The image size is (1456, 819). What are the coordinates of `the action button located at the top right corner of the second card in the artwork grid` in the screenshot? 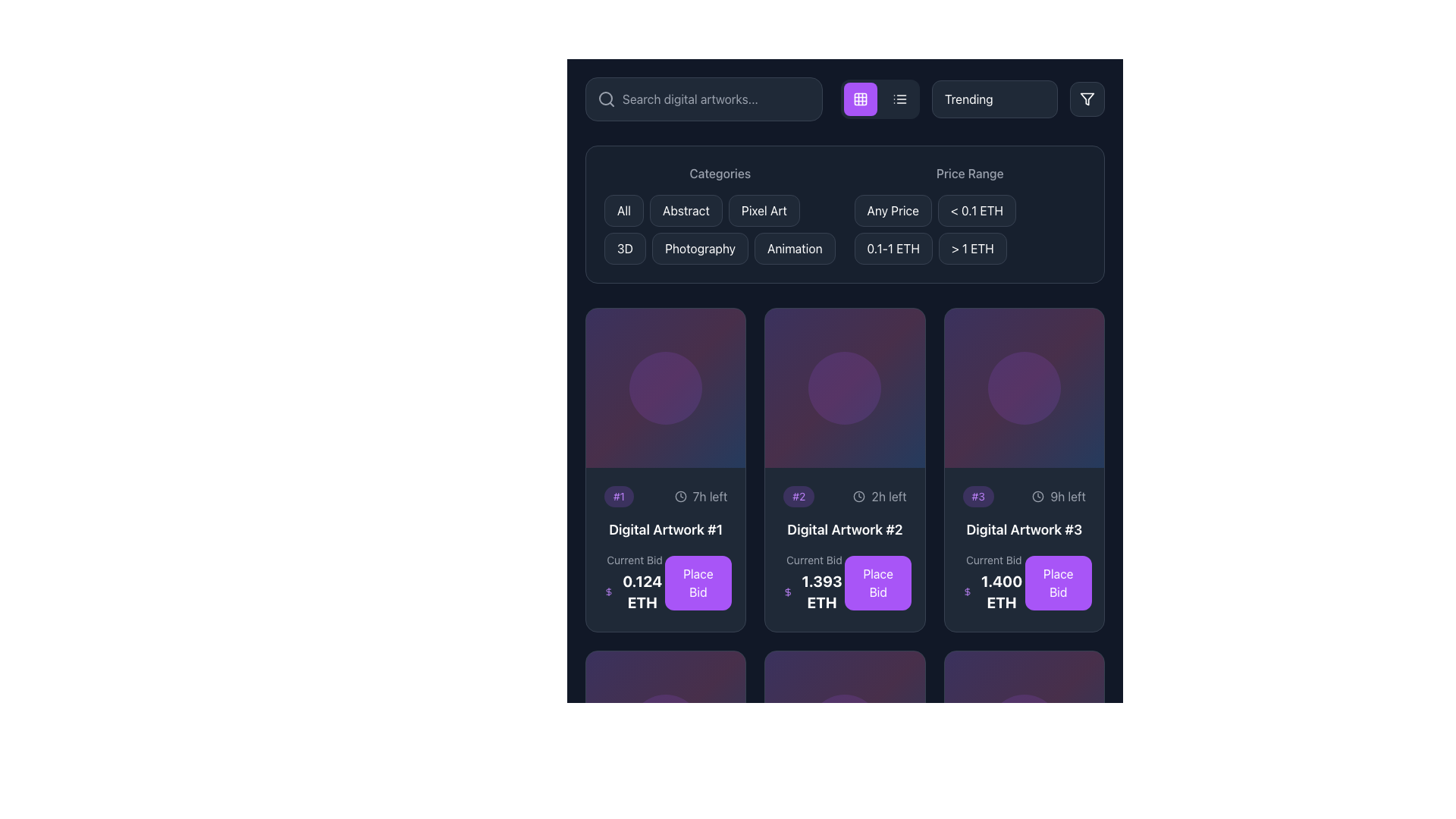 It's located at (899, 366).